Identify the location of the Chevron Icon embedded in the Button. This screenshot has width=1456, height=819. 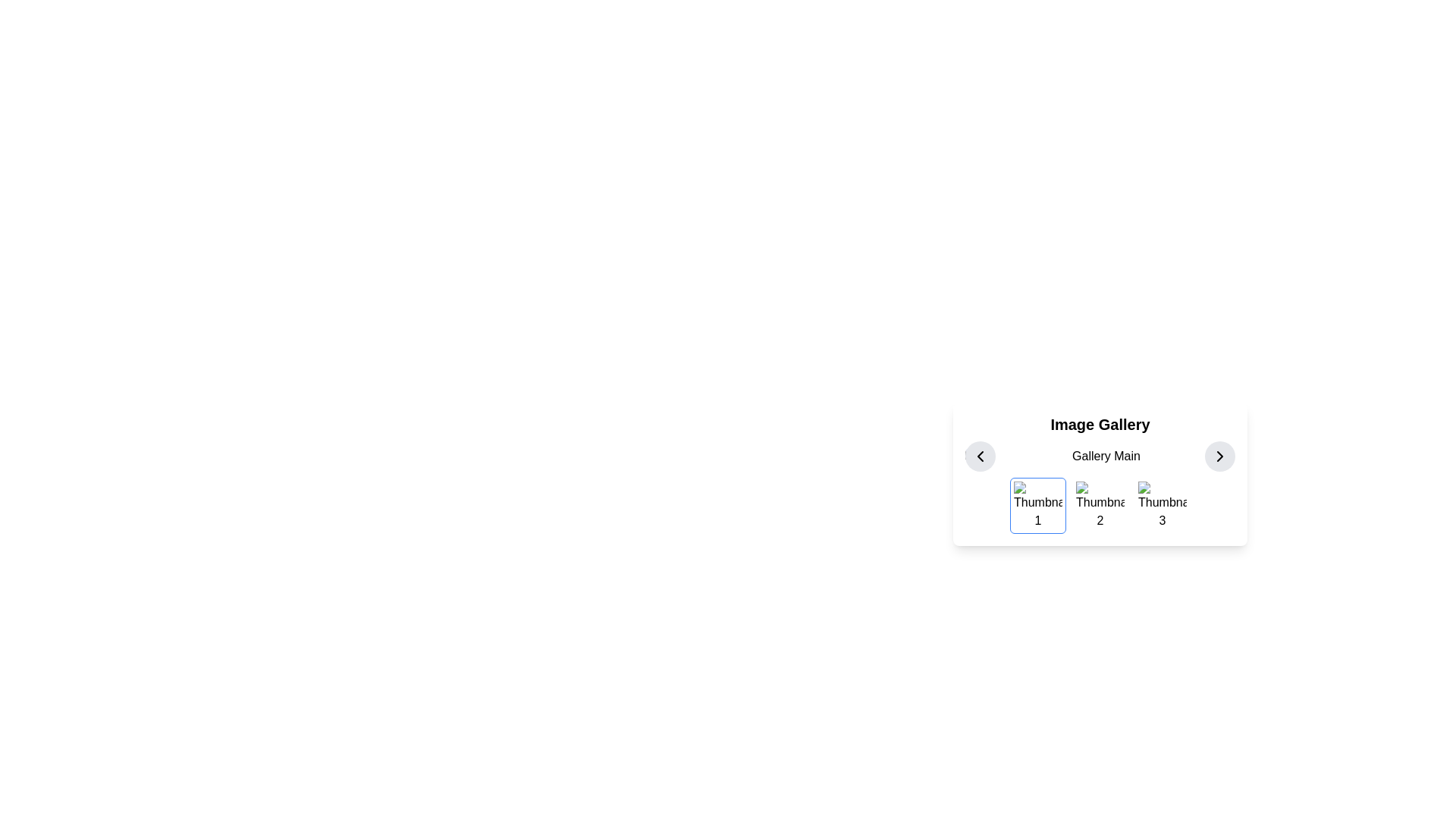
(980, 455).